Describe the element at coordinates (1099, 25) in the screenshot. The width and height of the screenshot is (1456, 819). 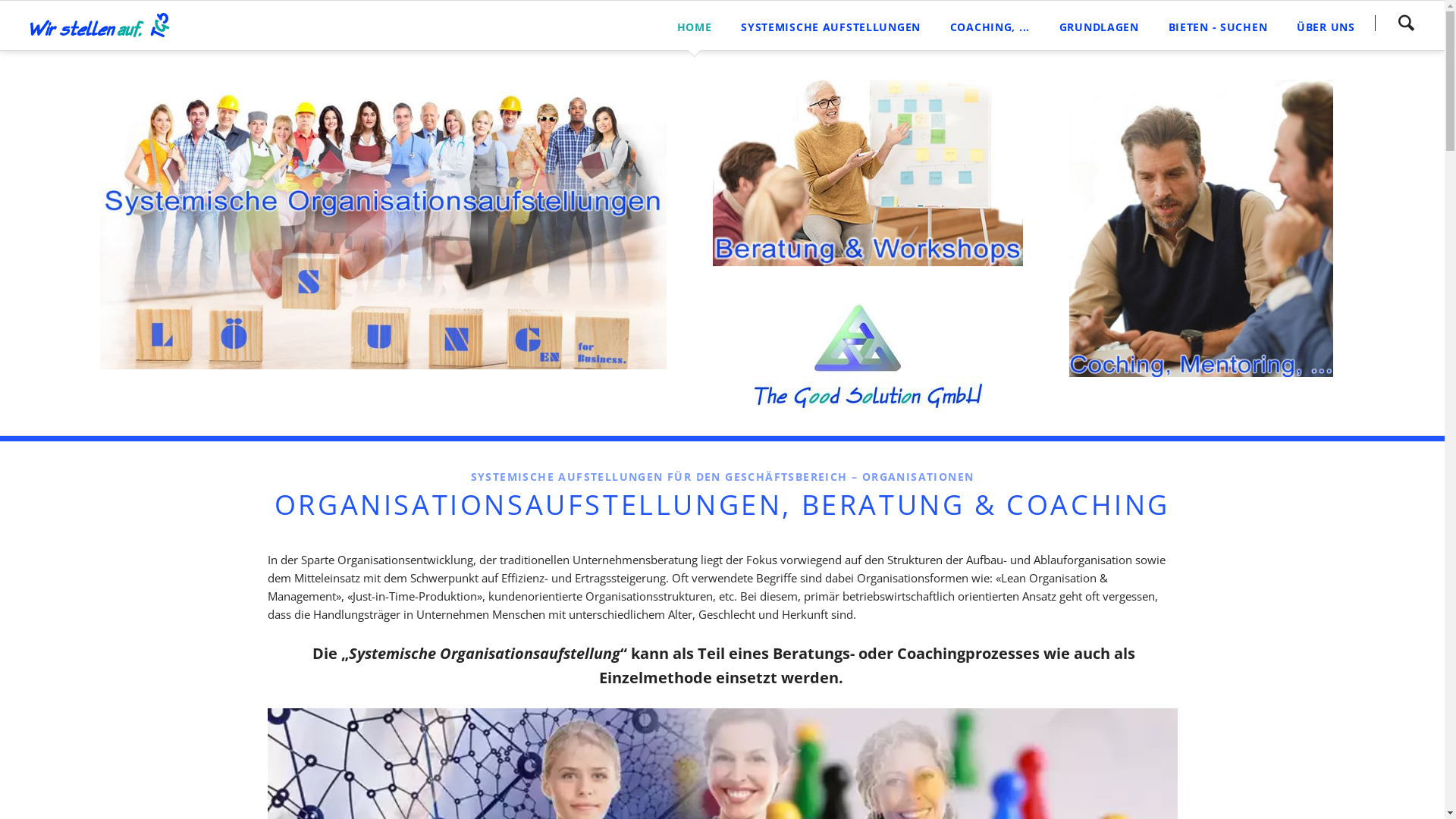
I see `'GRUNDLAGEN'` at that location.